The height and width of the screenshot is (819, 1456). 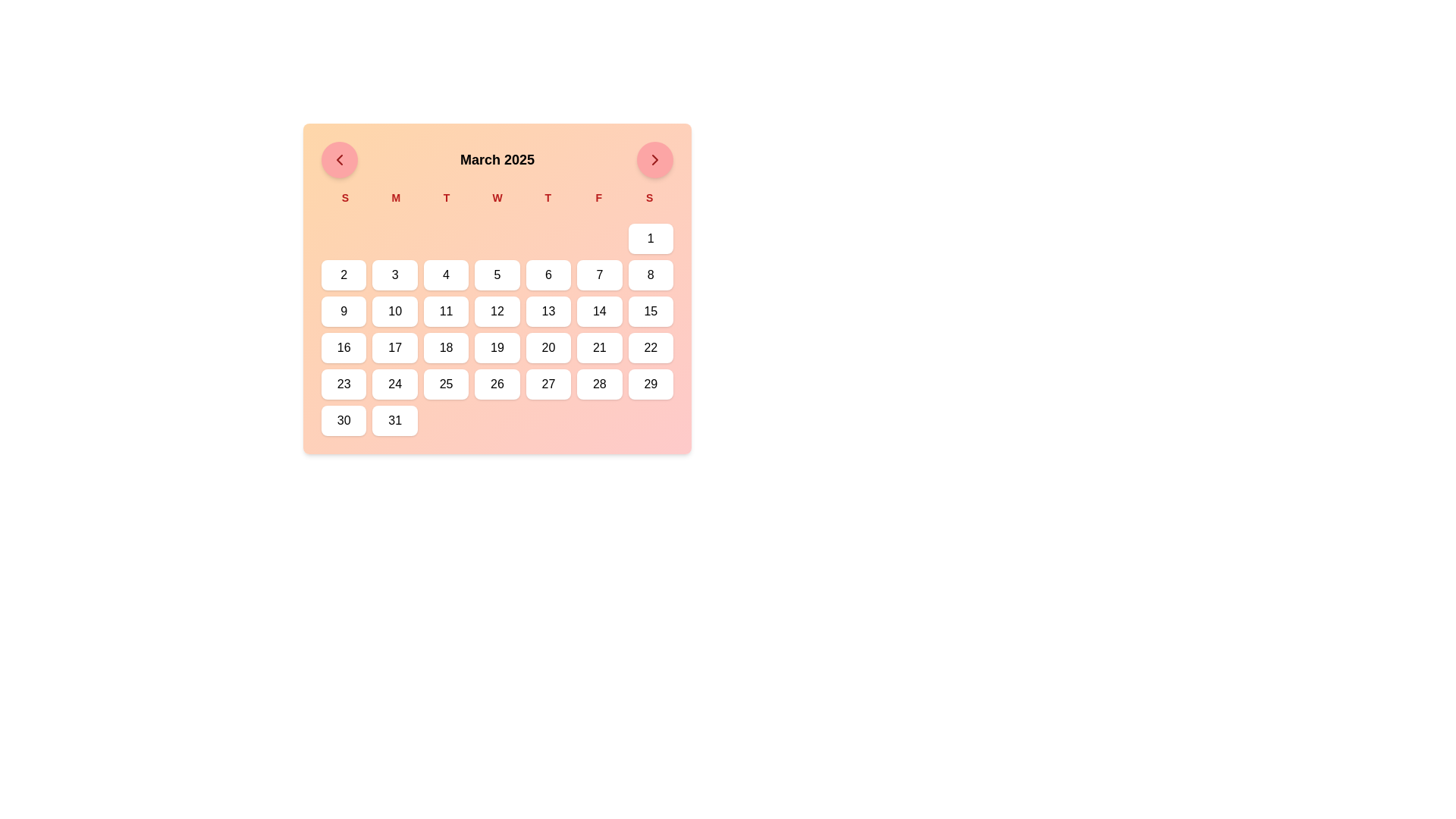 What do you see at coordinates (649, 197) in the screenshot?
I see `the static text label displaying the uppercase letter 'S' in red, which is the last element in the row of day headers at the top of the calendar interface` at bounding box center [649, 197].